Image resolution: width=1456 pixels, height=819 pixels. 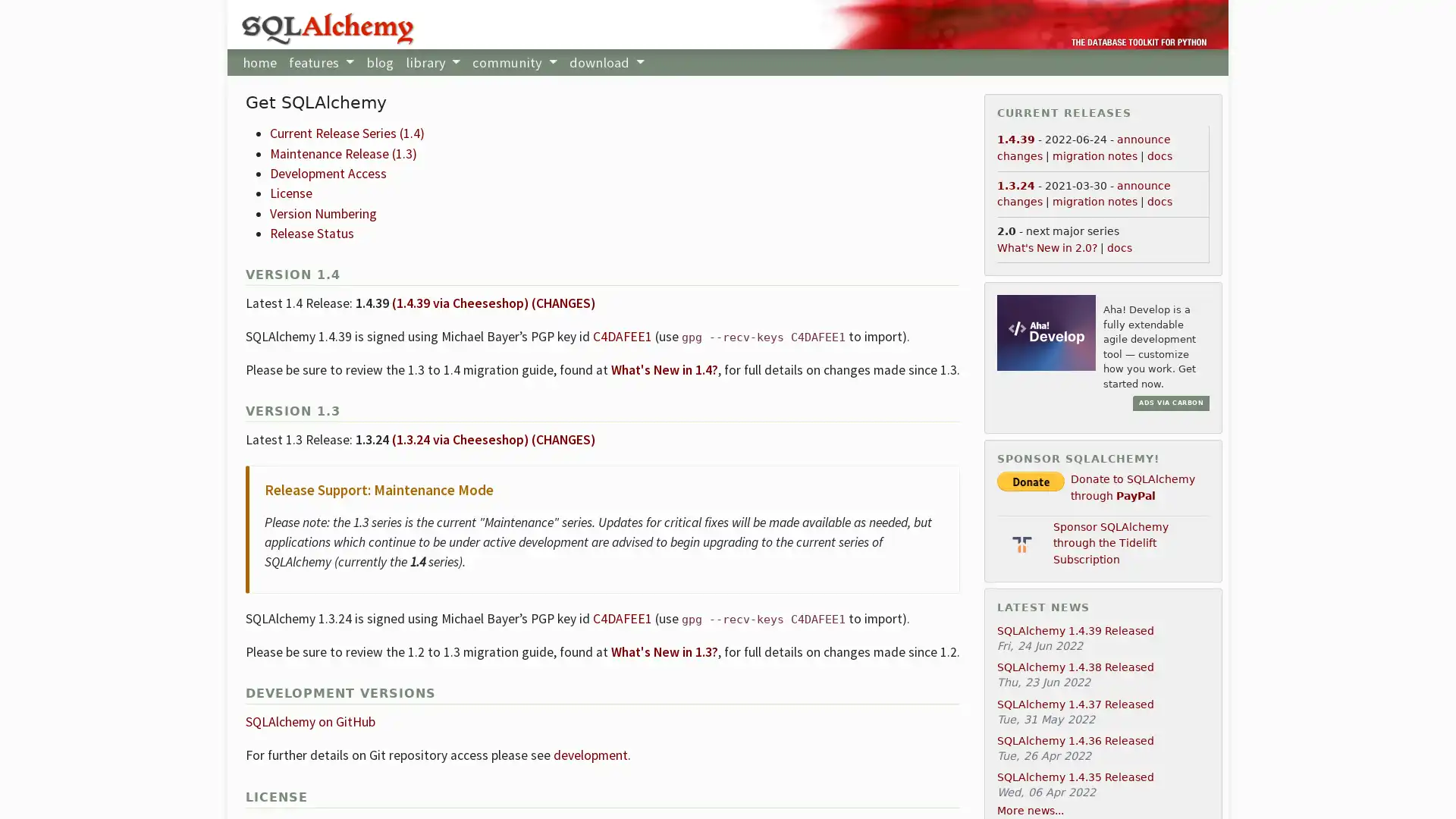 What do you see at coordinates (514, 61) in the screenshot?
I see `community` at bounding box center [514, 61].